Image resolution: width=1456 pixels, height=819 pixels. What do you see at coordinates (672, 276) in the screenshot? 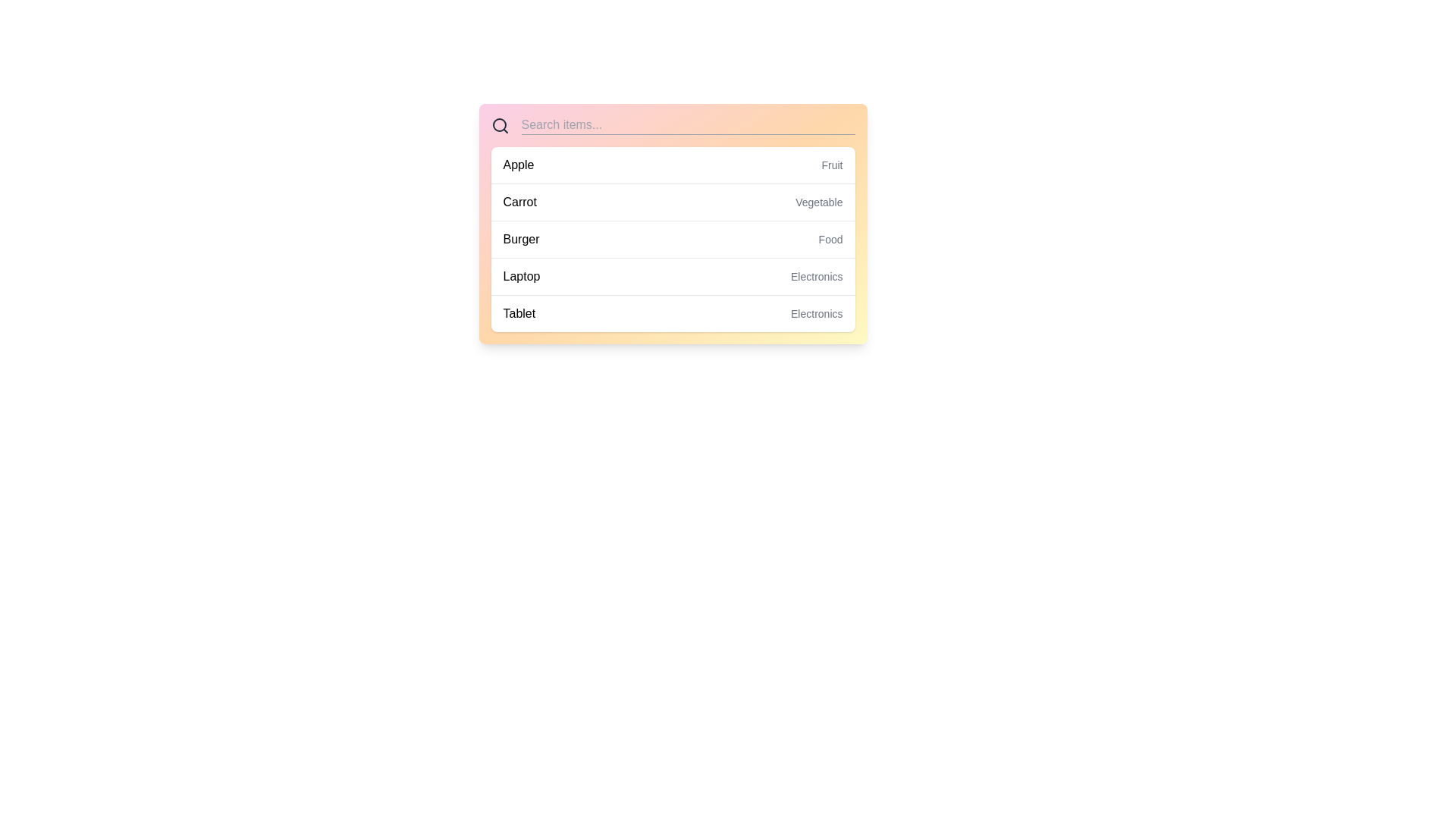
I see `the List item displaying 'Laptop' and 'Electronics'` at bounding box center [672, 276].